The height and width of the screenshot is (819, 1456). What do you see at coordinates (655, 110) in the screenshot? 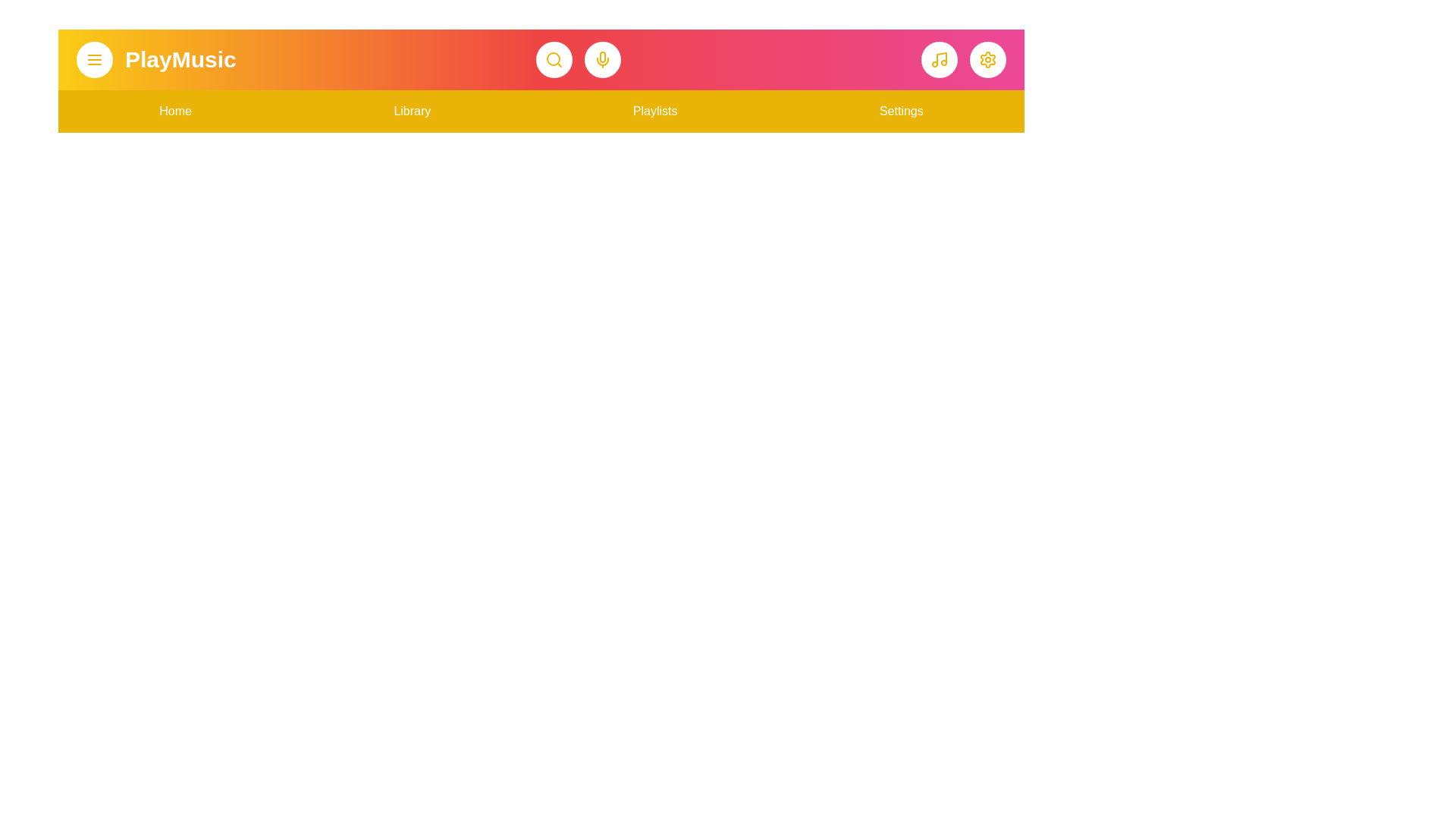
I see `the menu item to navigate to Playlists` at bounding box center [655, 110].